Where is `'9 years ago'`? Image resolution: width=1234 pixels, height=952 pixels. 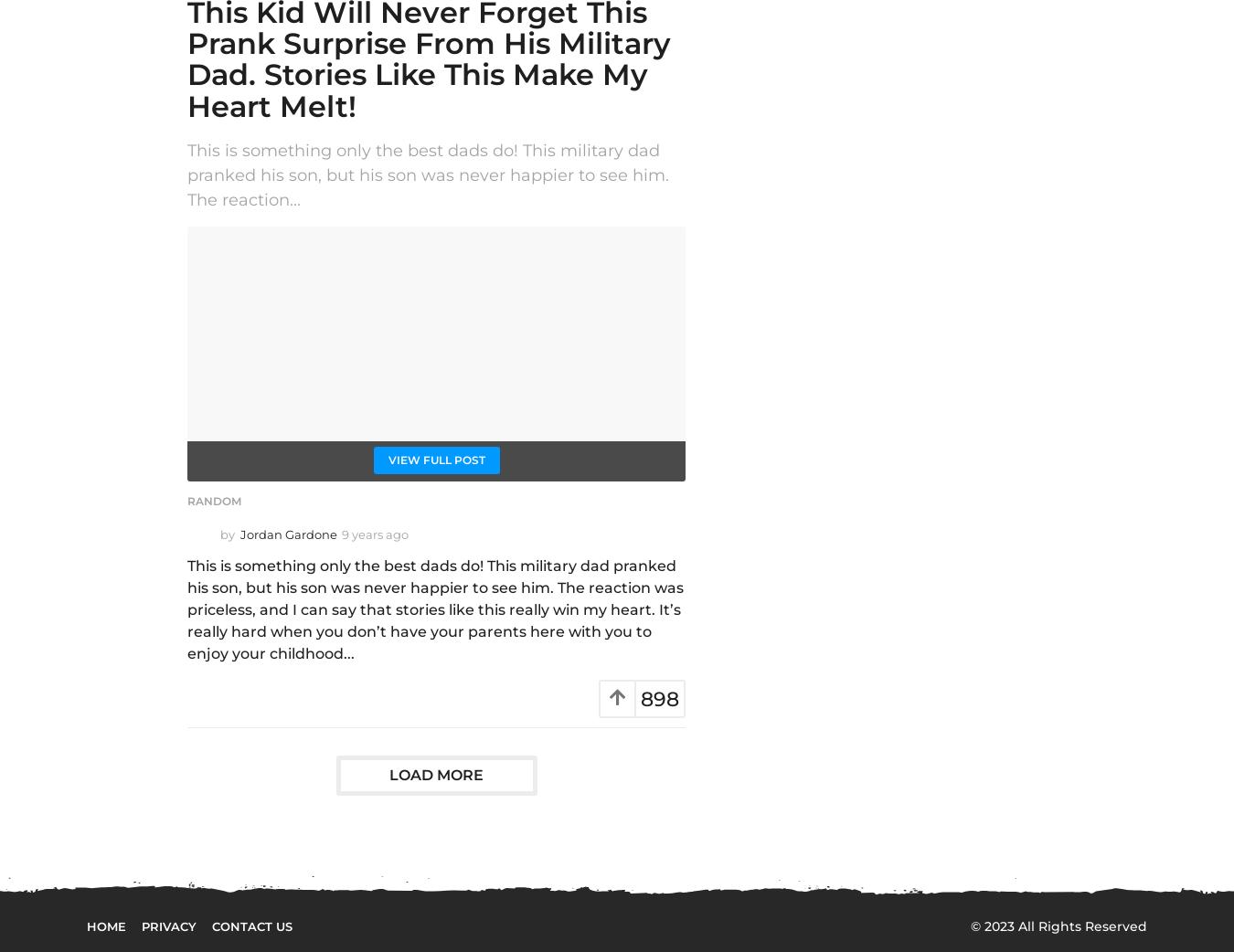
'9 years ago' is located at coordinates (375, 533).